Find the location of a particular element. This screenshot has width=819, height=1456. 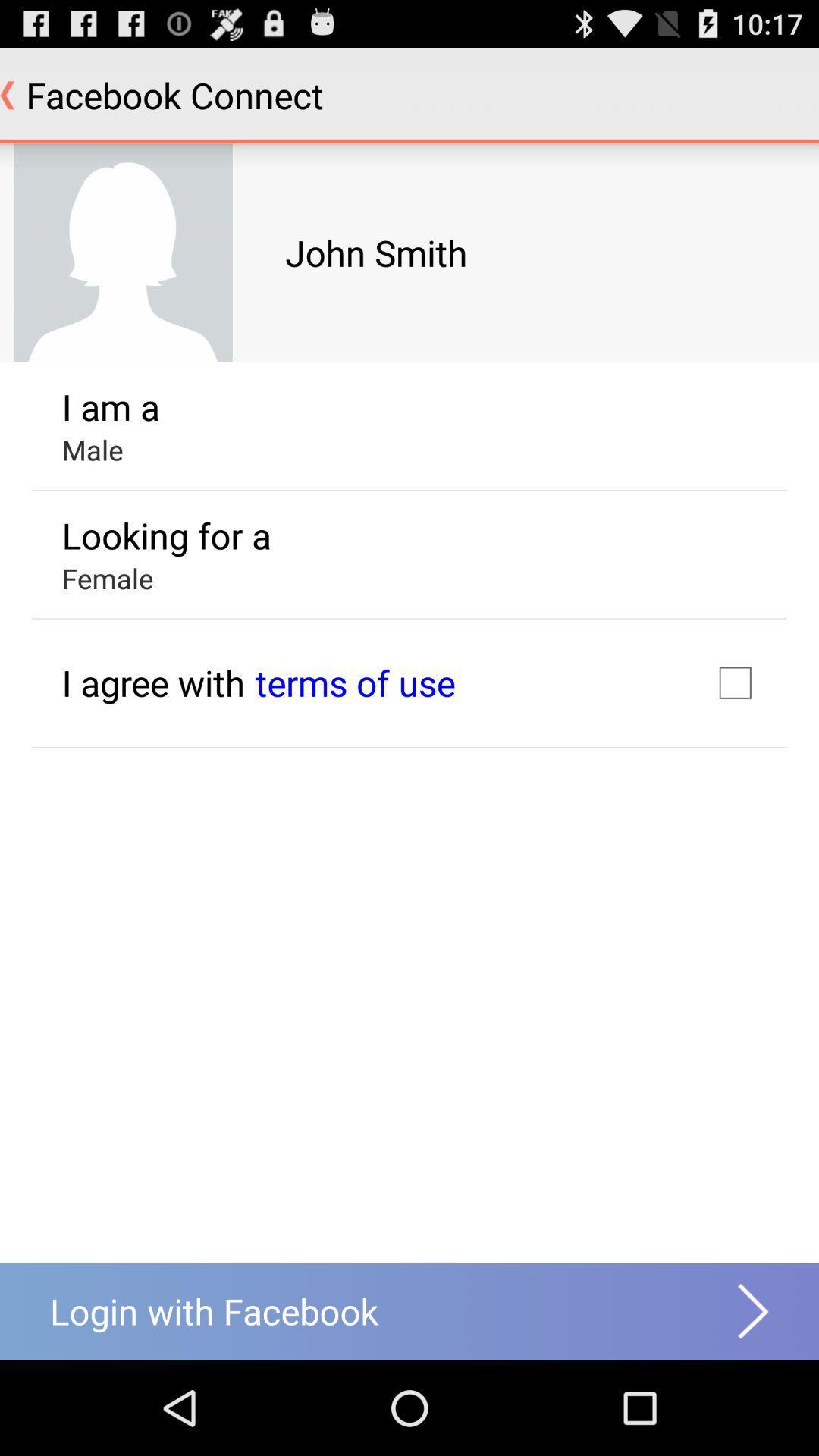

item to the right of terms of use icon is located at coordinates (734, 682).